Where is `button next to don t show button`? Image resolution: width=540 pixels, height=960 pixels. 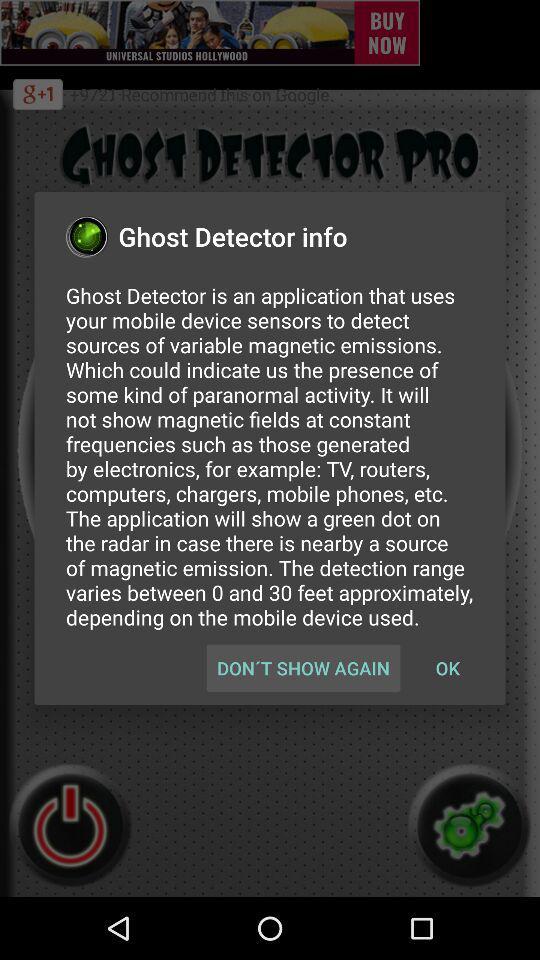 button next to don t show button is located at coordinates (447, 668).